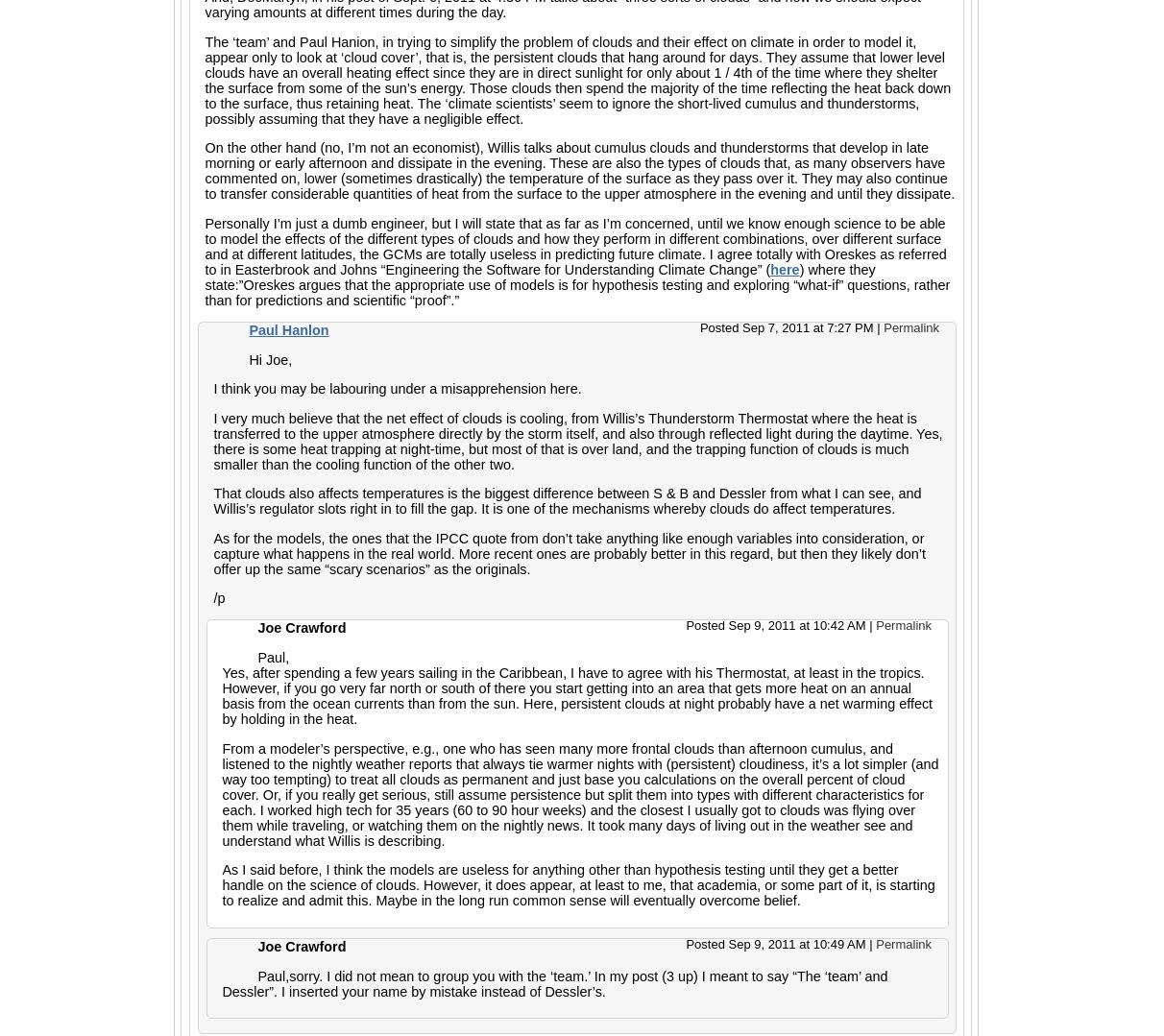 This screenshot has height=1036, width=1164. I want to click on 'I think you may be labouring under a misapprehension here.', so click(397, 387).